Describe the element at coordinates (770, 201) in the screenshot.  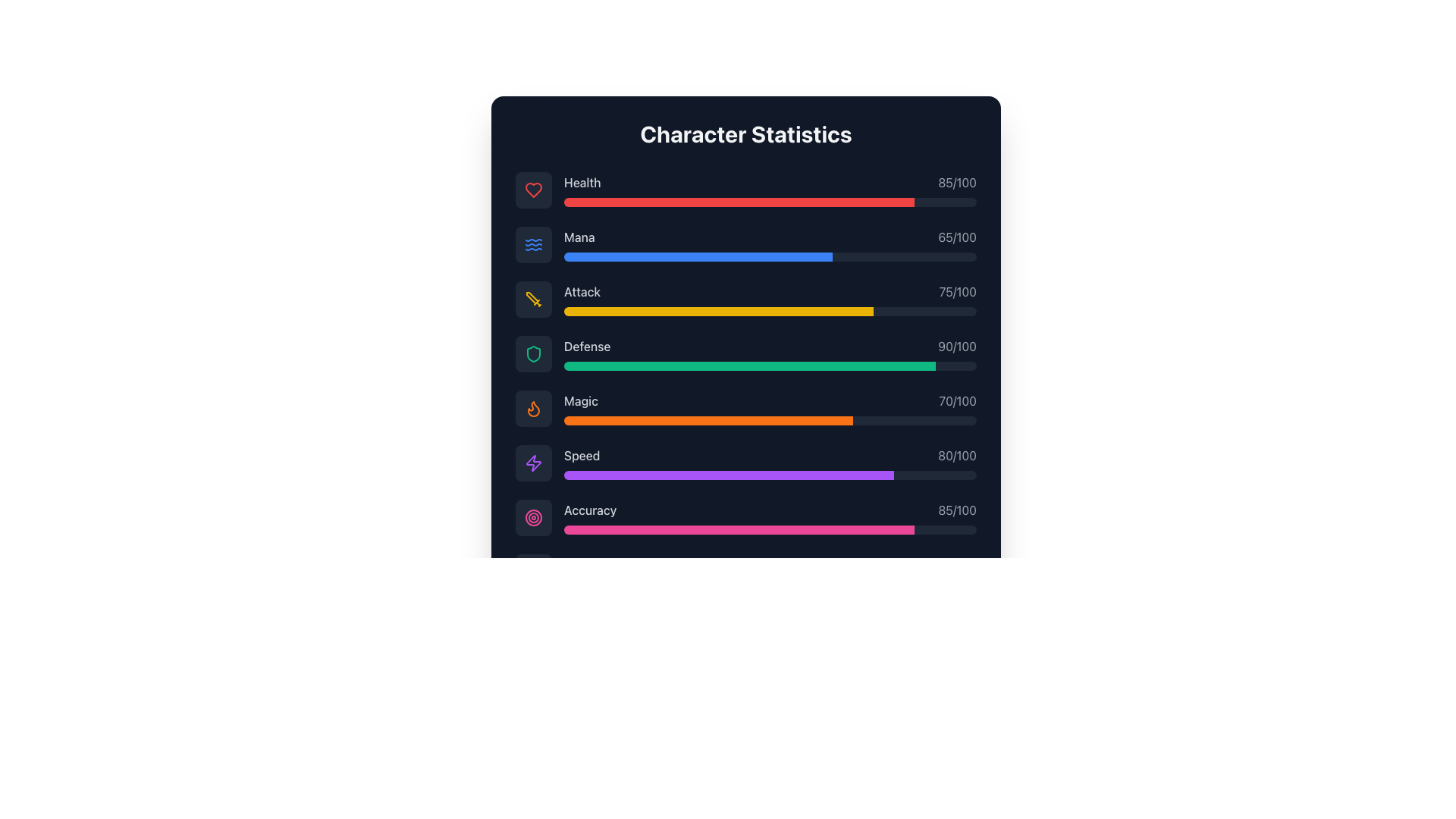
I see `the Health progress bar, which visually represents the character's health metric and is labeled with 'Health' on the left and '85/100' on the right` at that location.